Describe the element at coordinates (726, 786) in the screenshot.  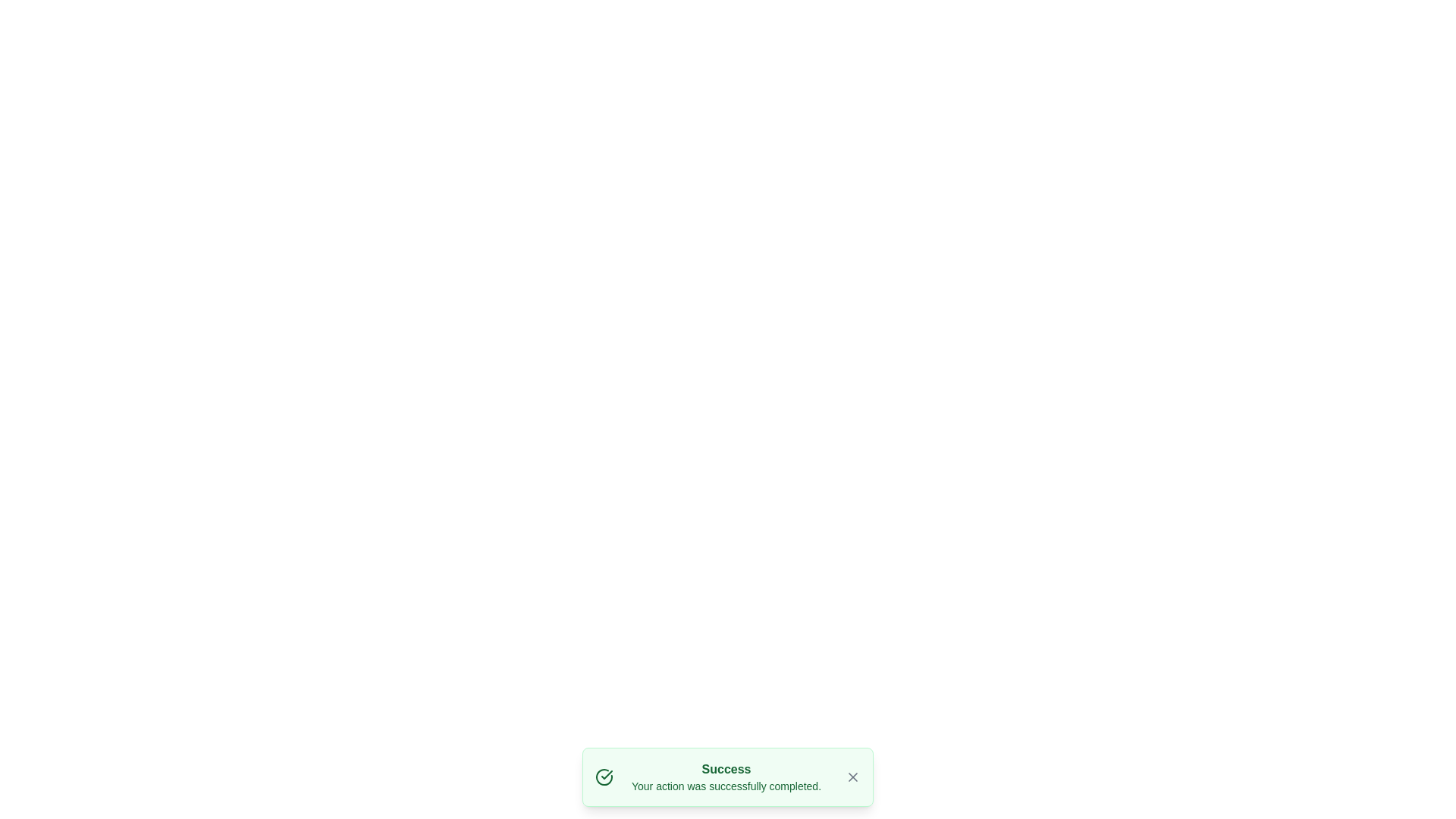
I see `the success message text label that states 'Your action was successfully completed.'` at that location.